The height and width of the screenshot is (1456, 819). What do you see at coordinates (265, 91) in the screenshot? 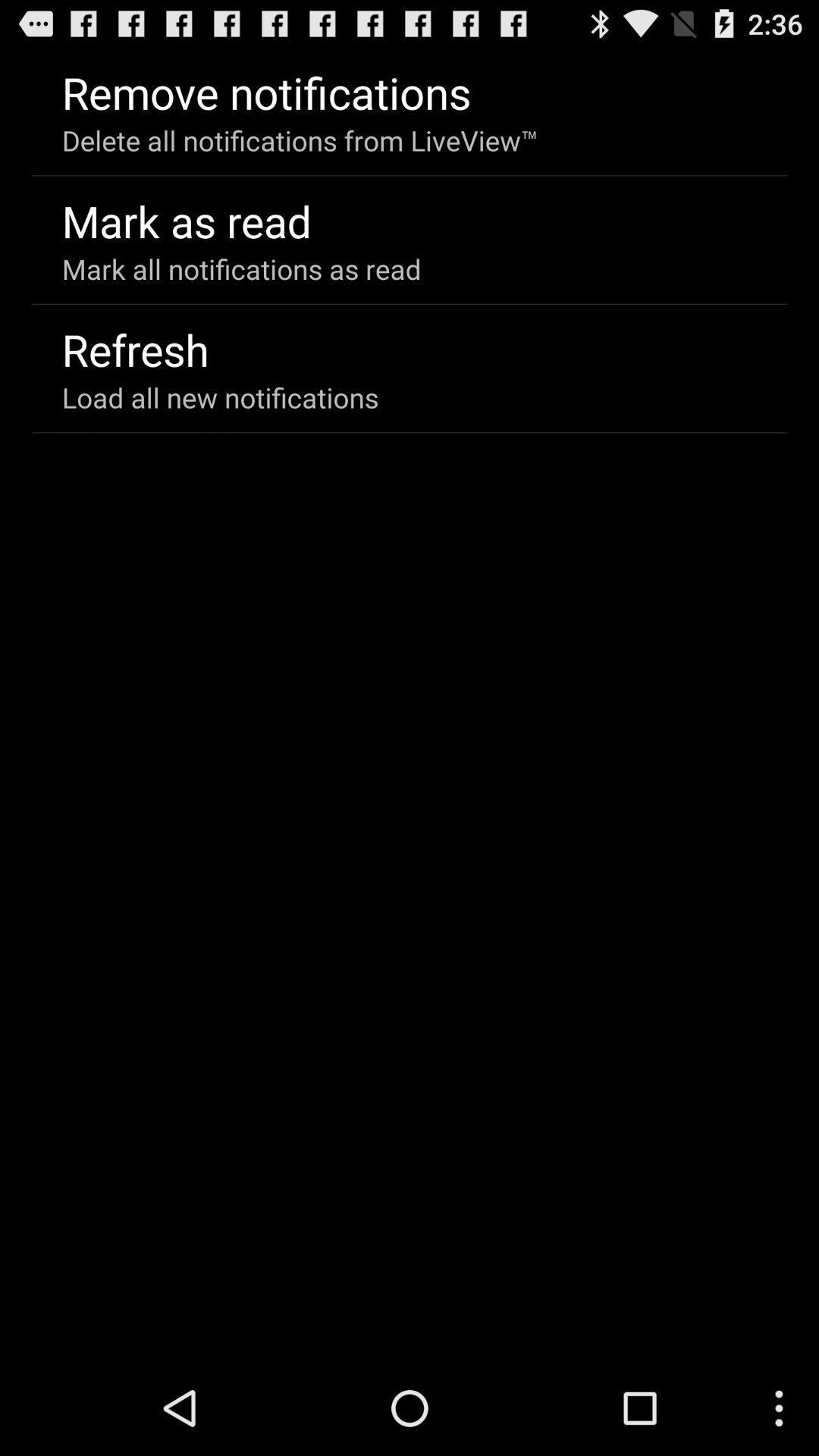
I see `icon above the delete all notifications app` at bounding box center [265, 91].